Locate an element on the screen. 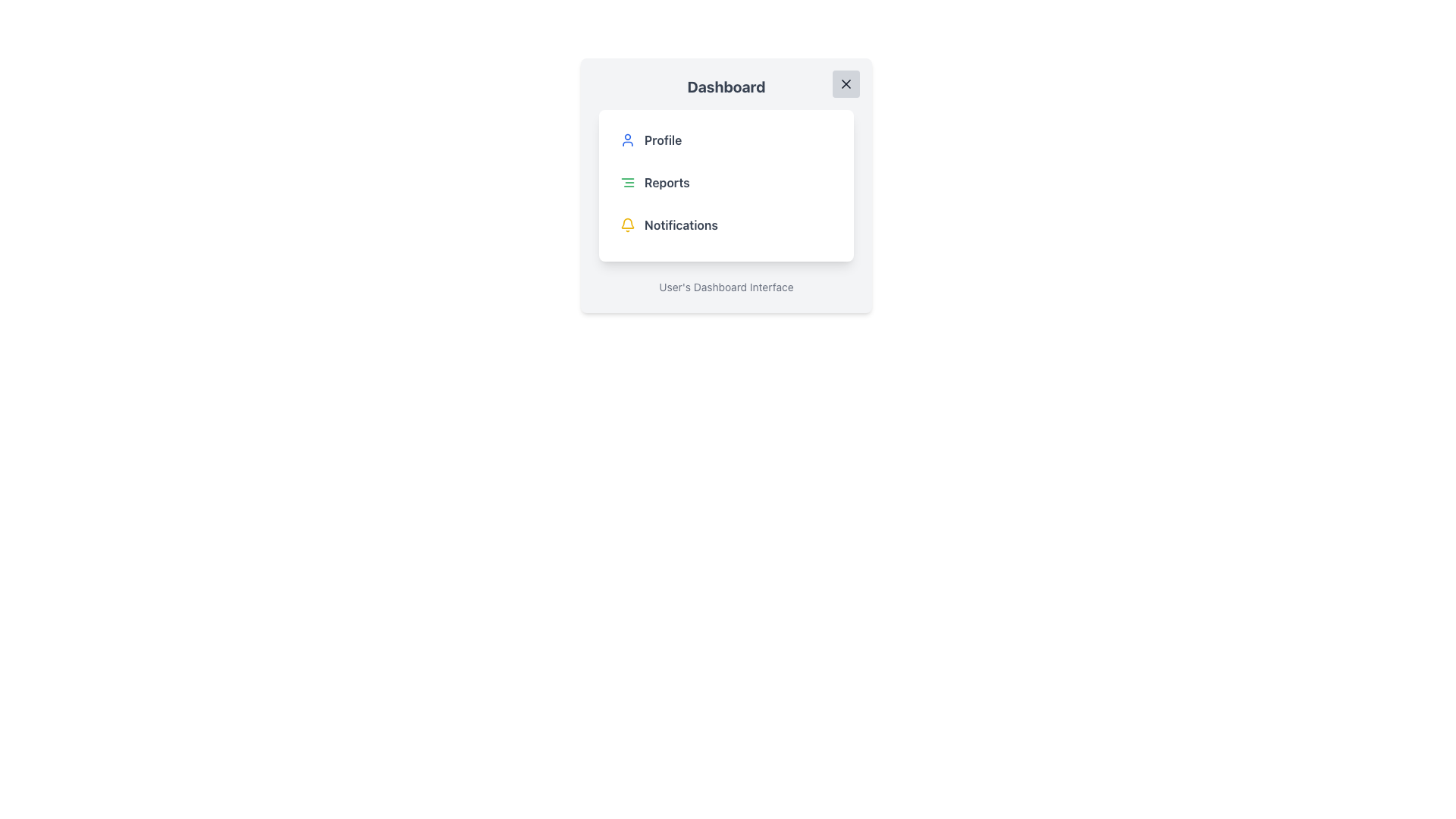 The image size is (1456, 819). the 'Reports' button, which is the second item in a vertical list within a white card UI is located at coordinates (726, 181).